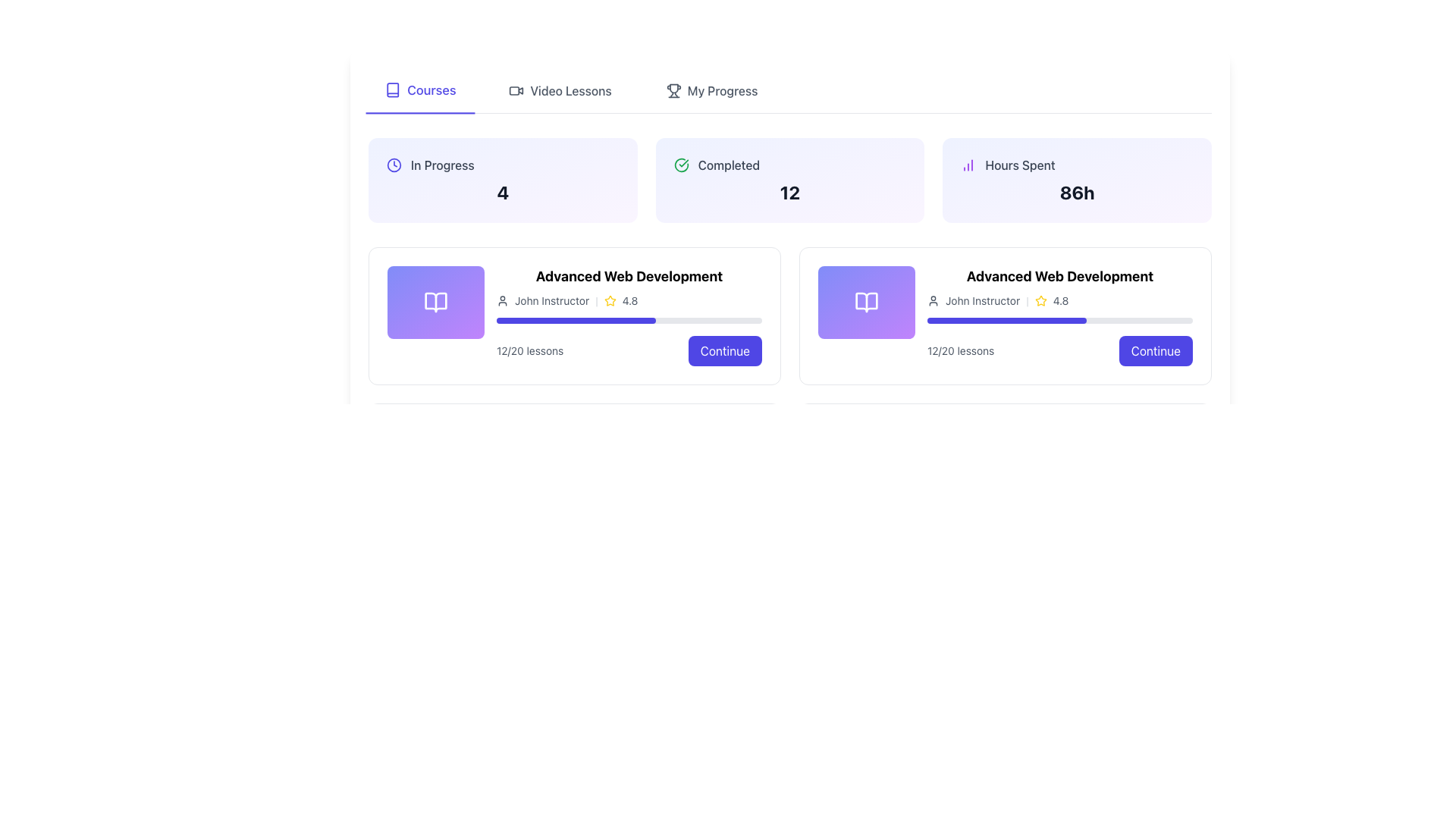 The image size is (1456, 819). I want to click on the vertical gray separator located between 'John Instructor' and a star icon in the user information row, so click(596, 301).